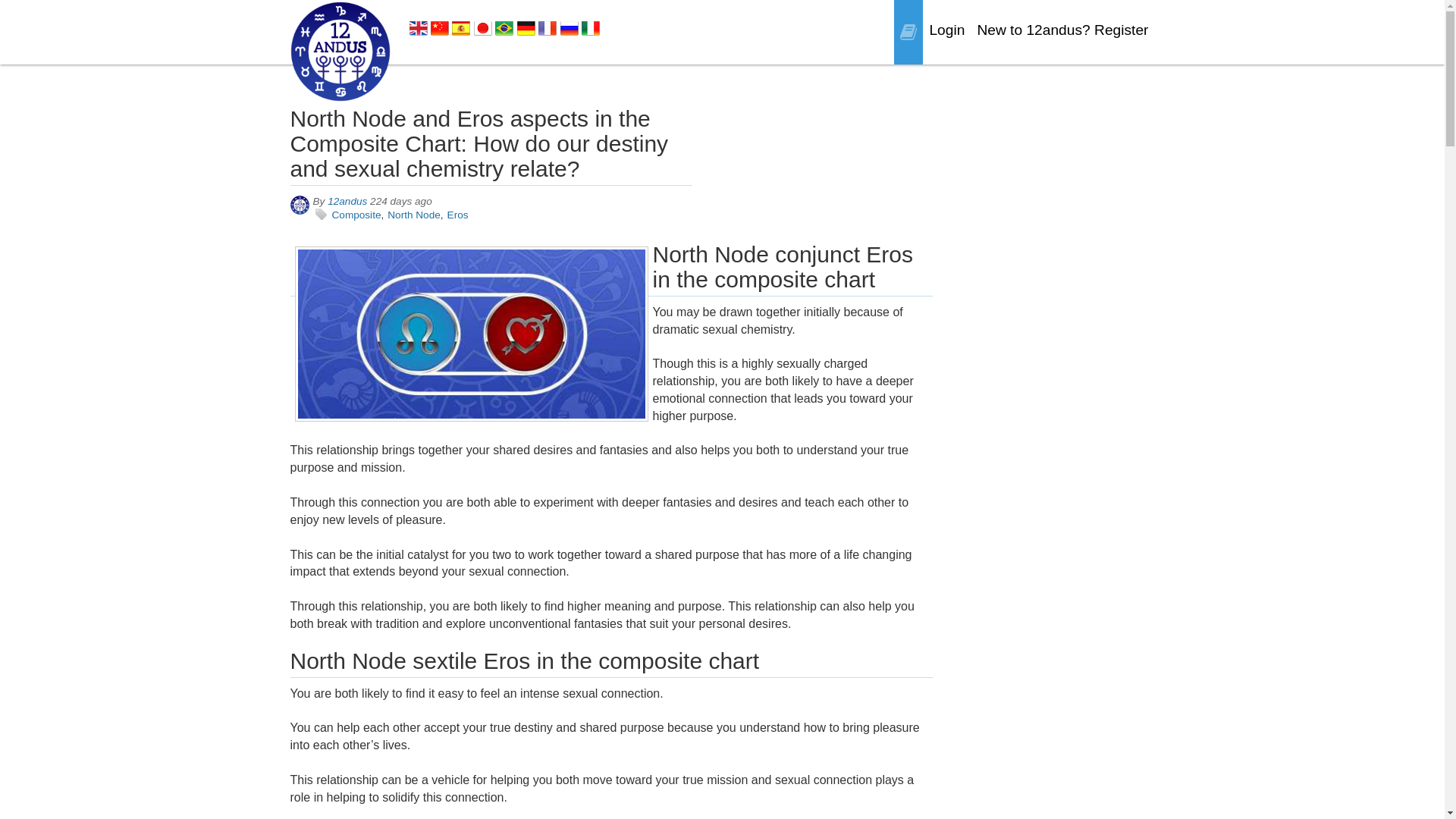 The width and height of the screenshot is (1456, 819). Describe the element at coordinates (439, 28) in the screenshot. I see `'Chinese'` at that location.